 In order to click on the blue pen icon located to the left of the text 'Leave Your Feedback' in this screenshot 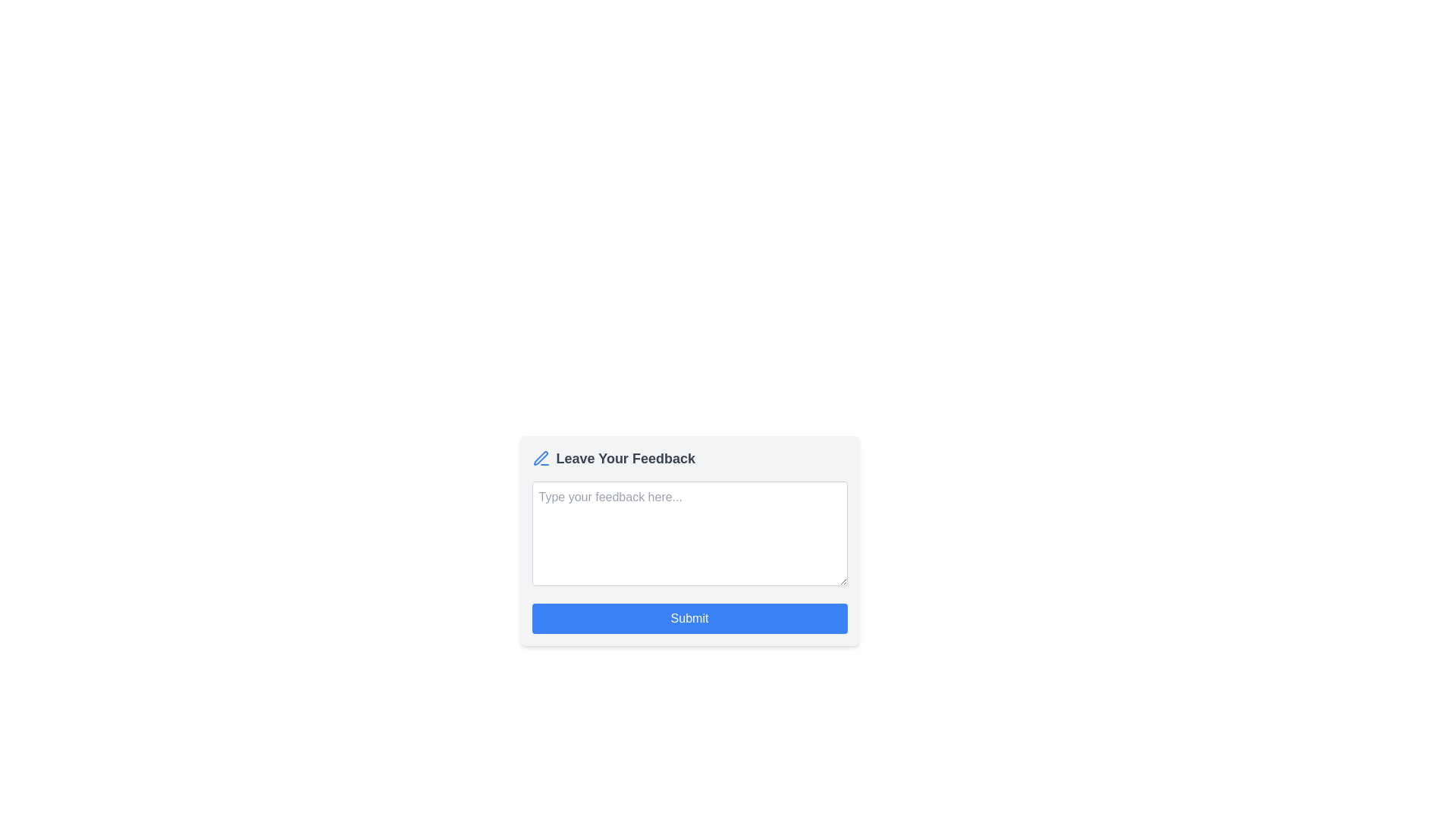, I will do `click(541, 458)`.